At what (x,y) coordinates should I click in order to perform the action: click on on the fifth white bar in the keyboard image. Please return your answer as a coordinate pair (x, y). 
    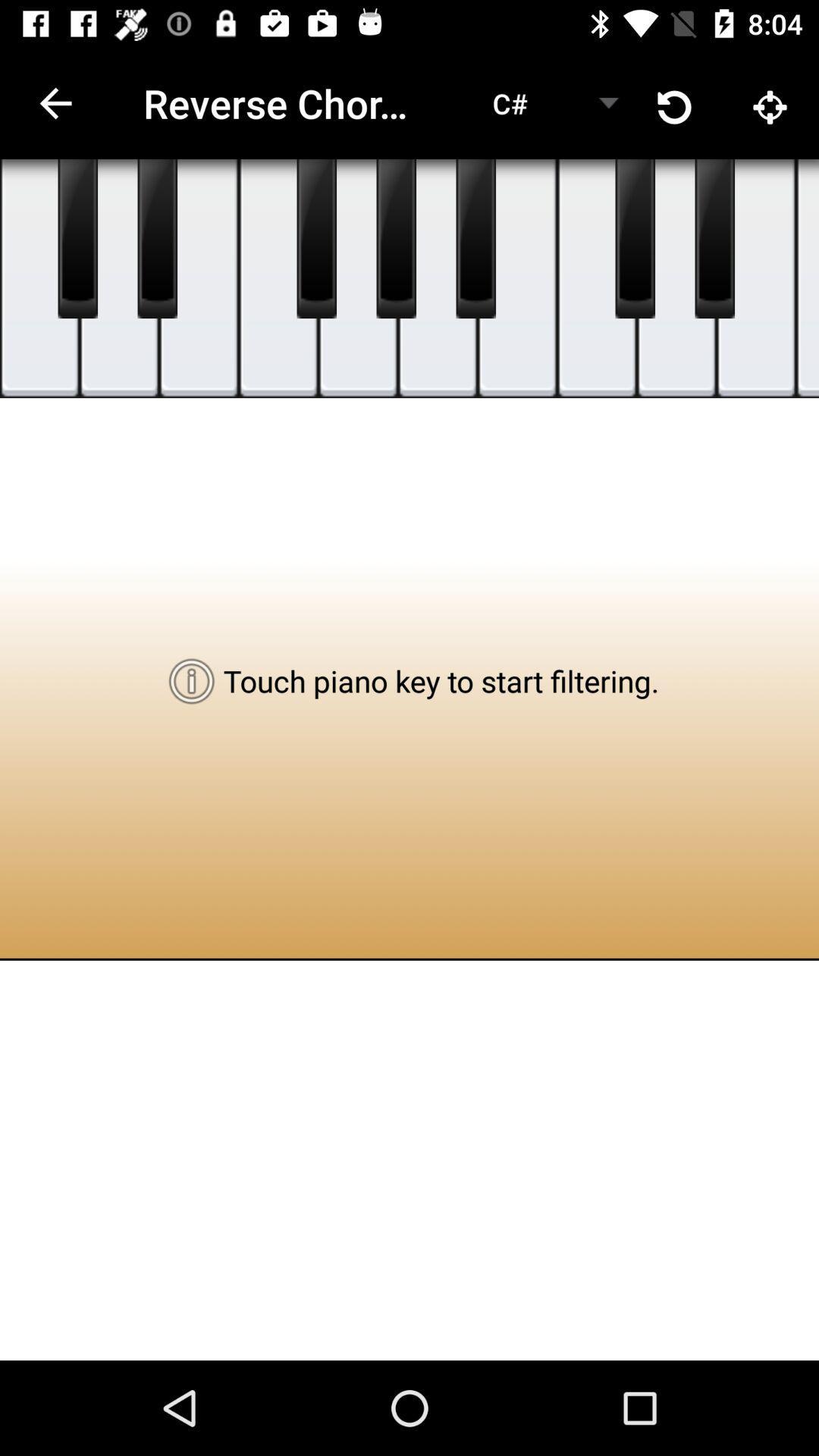
    Looking at the image, I should click on (358, 278).